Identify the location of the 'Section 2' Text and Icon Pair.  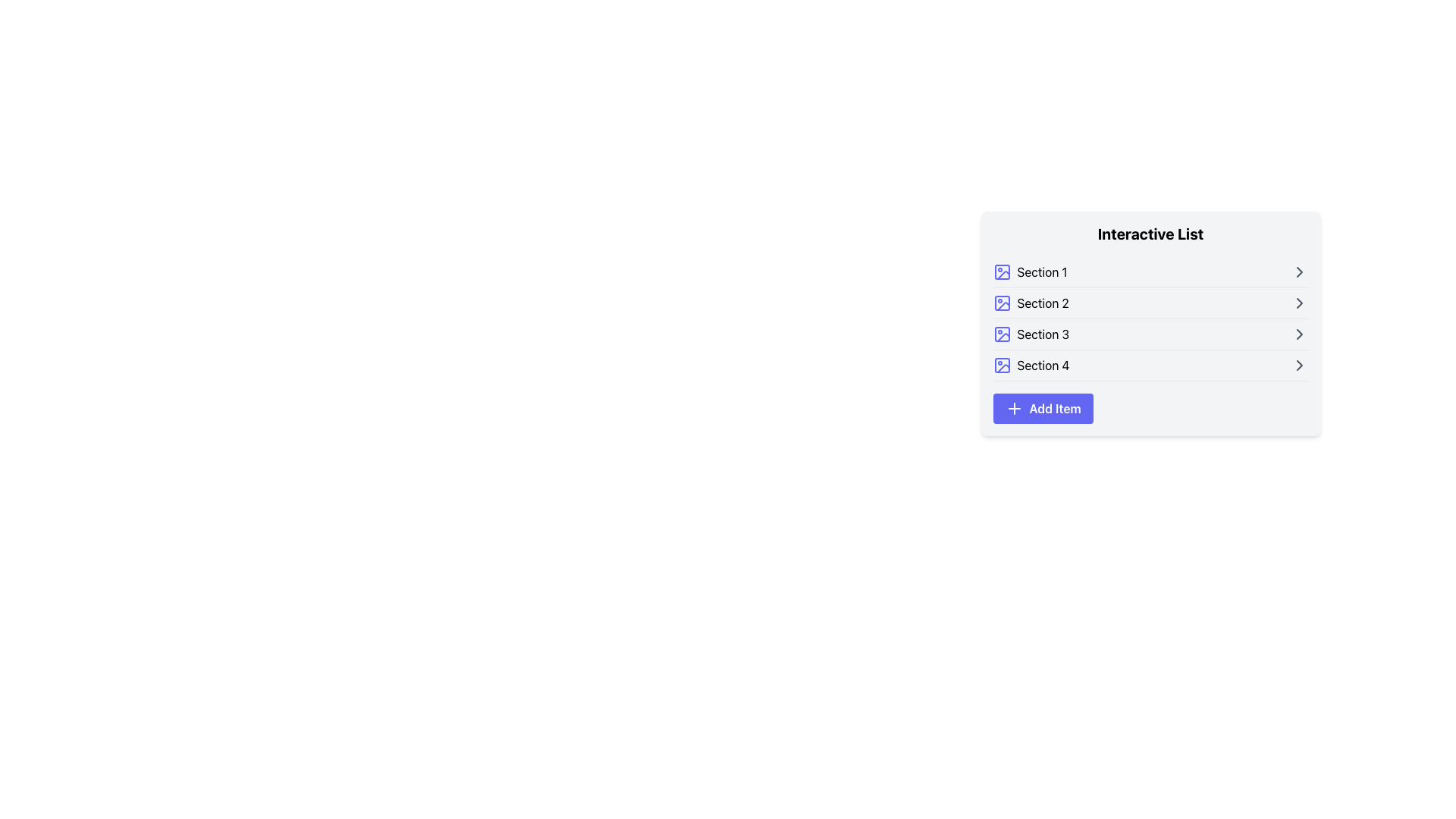
(1031, 303).